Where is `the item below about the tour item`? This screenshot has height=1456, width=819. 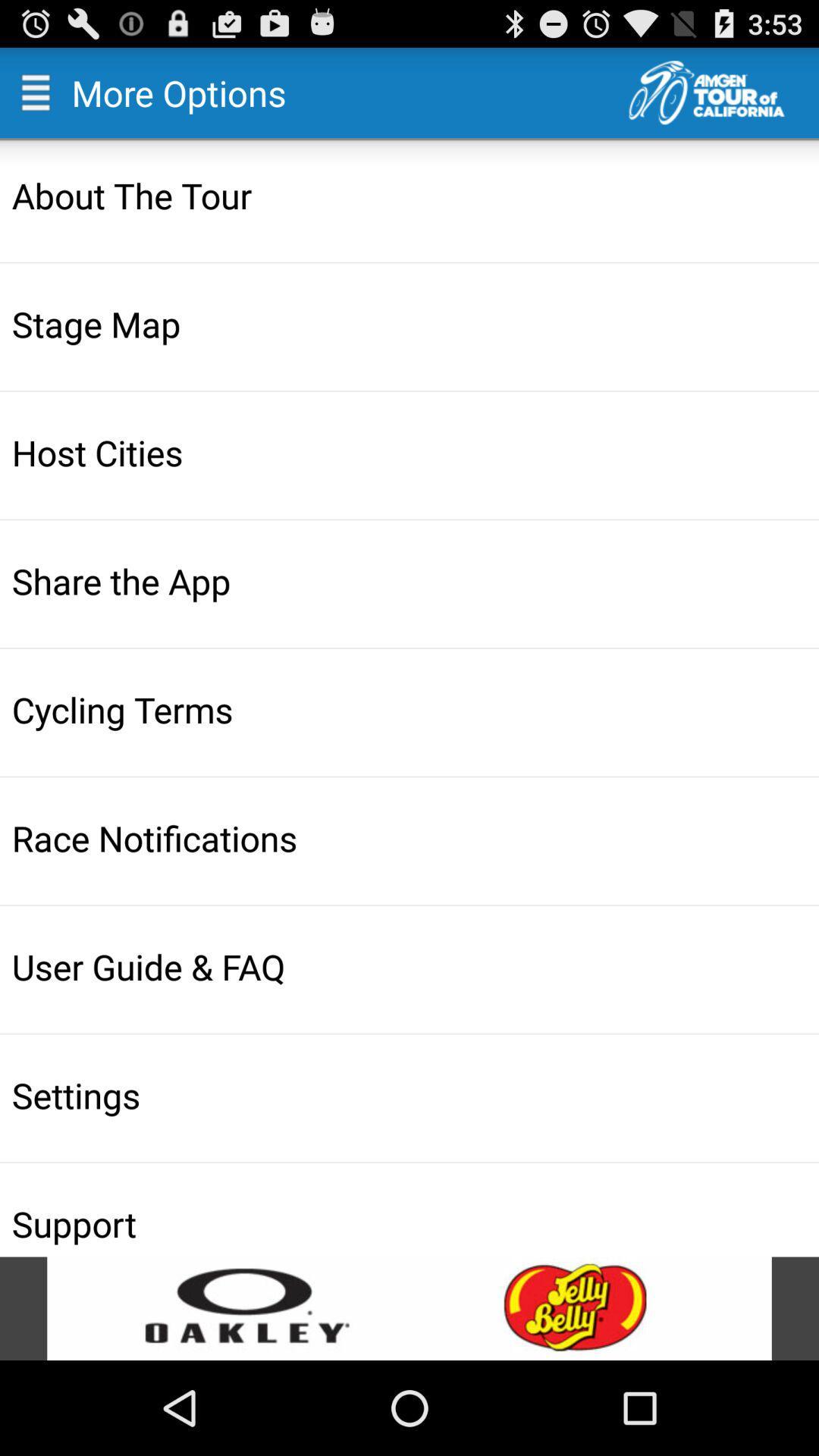
the item below about the tour item is located at coordinates (411, 323).